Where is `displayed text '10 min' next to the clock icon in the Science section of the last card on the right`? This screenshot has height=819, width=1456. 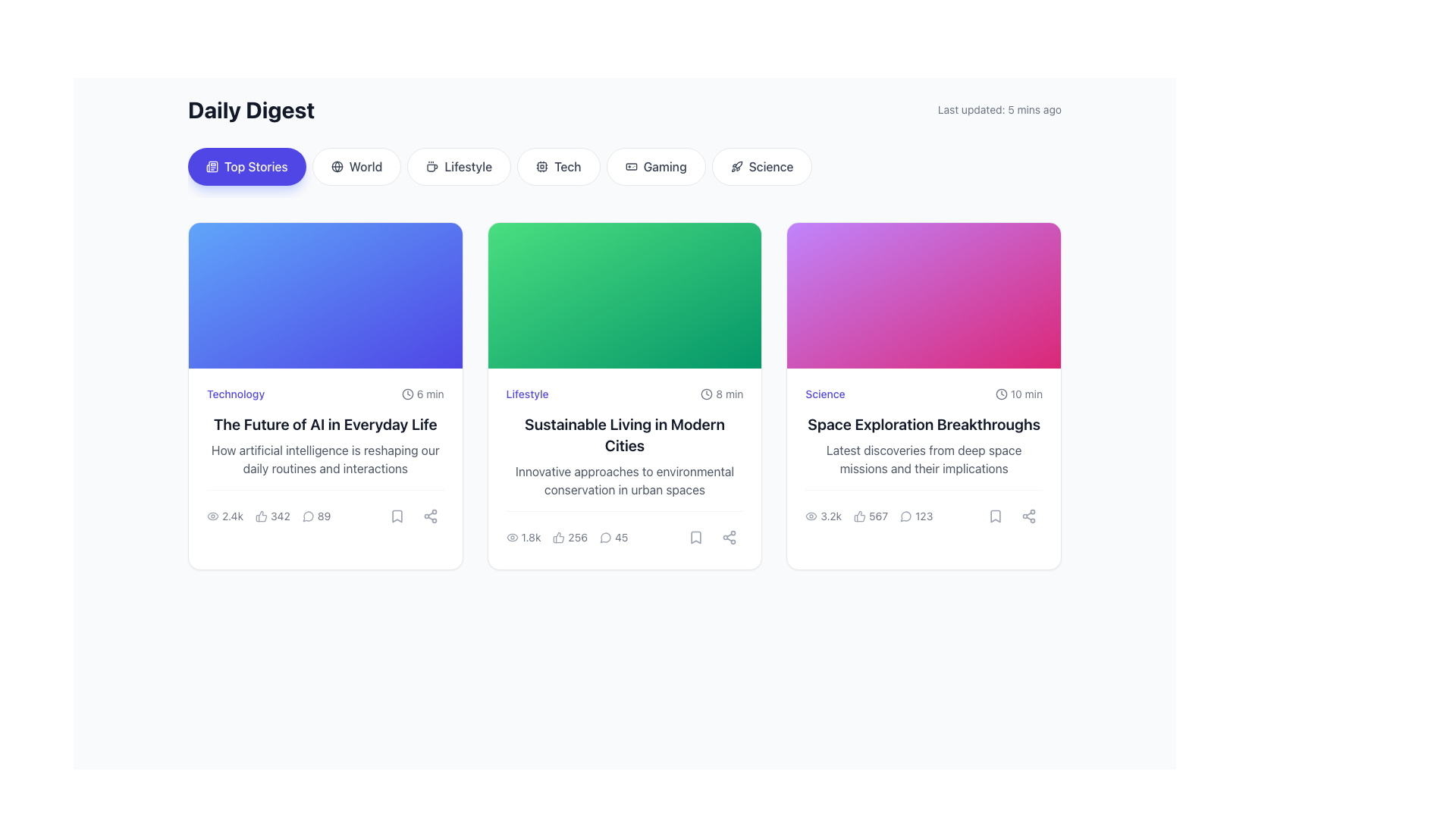
displayed text '10 min' next to the clock icon in the Science section of the last card on the right is located at coordinates (1018, 394).